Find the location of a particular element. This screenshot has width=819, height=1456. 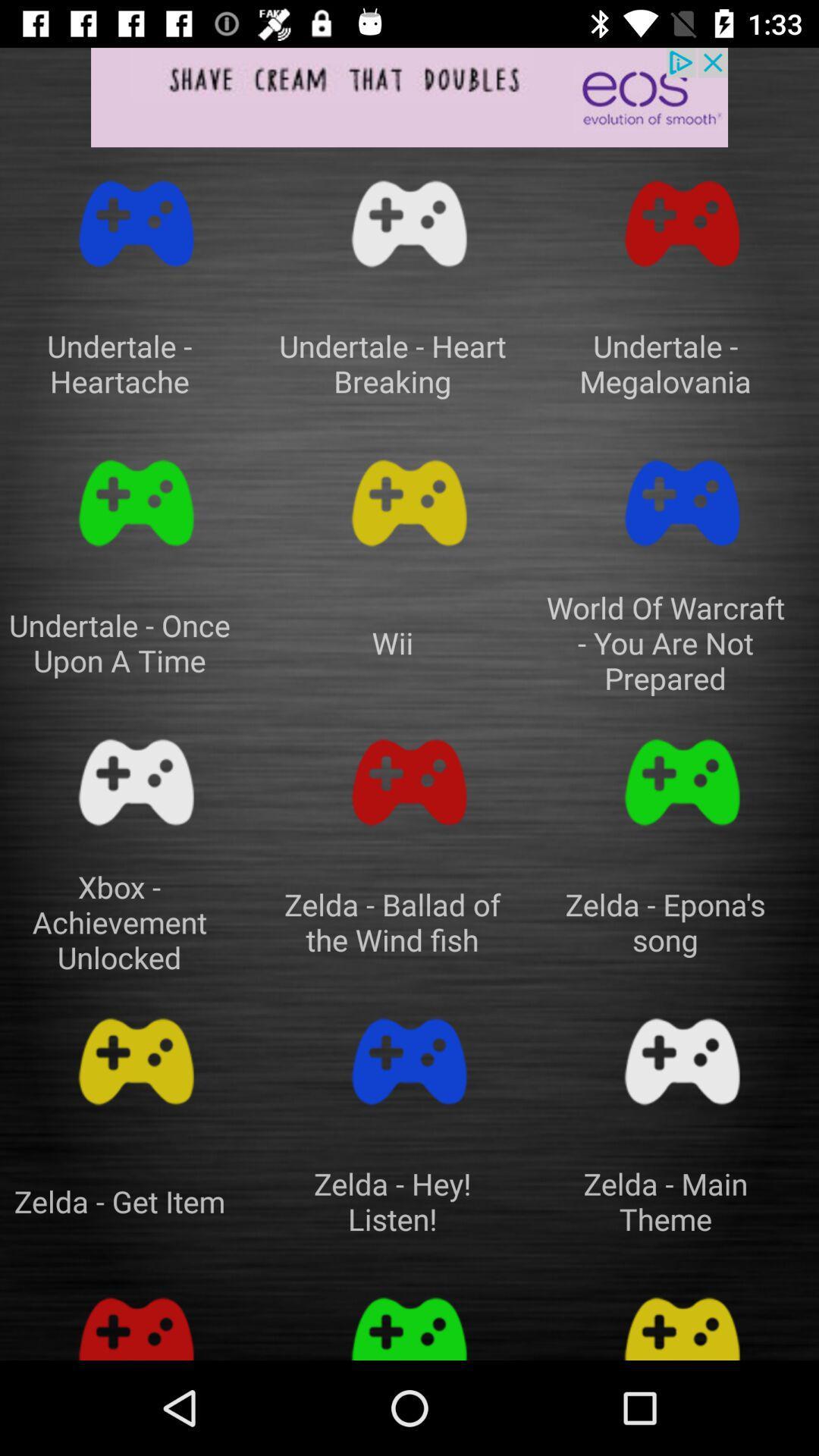

game is located at coordinates (409, 223).